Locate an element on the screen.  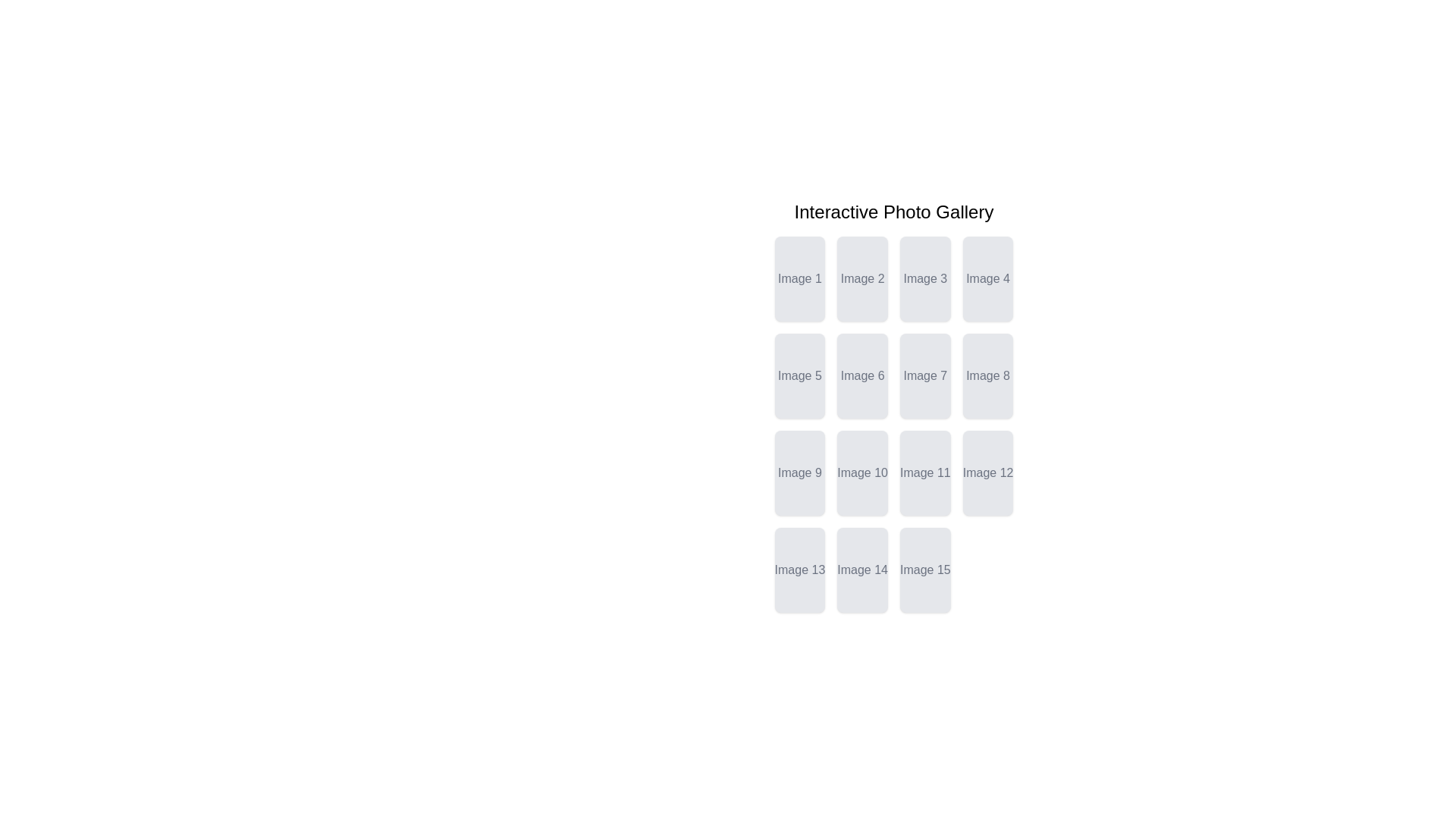
the static content block labeled 'Image 15', which is a rectangle with a light gray background and rounded corners, located in the last position of a 4x4 grid layout is located at coordinates (924, 570).